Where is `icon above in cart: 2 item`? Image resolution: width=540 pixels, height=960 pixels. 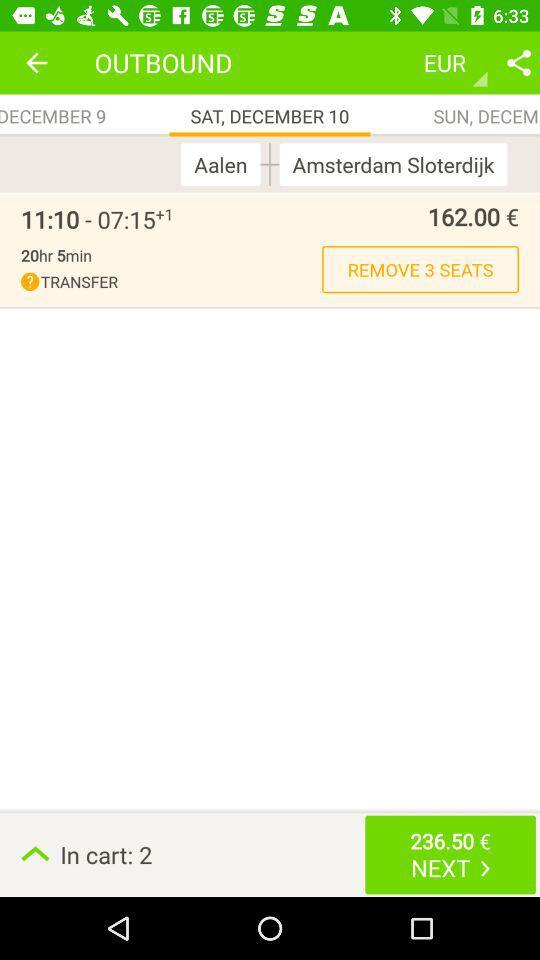 icon above in cart: 2 item is located at coordinates (419, 268).